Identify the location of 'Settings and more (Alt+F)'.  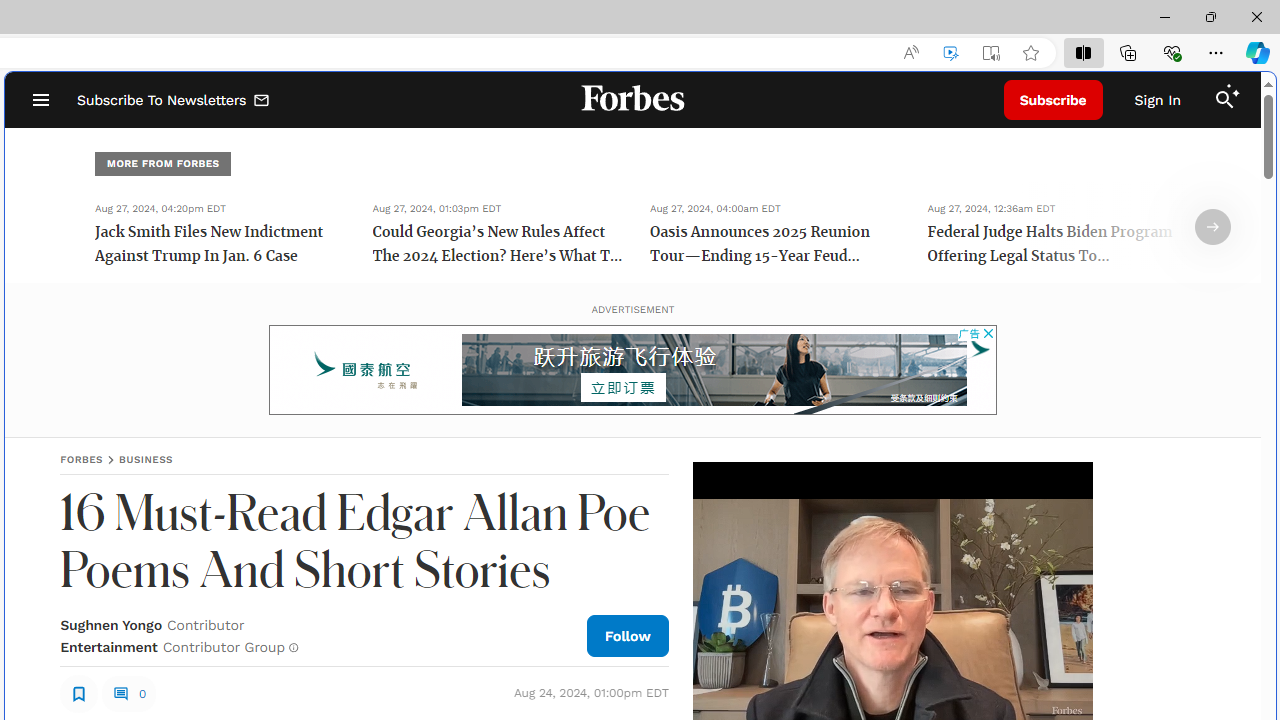
(1215, 51).